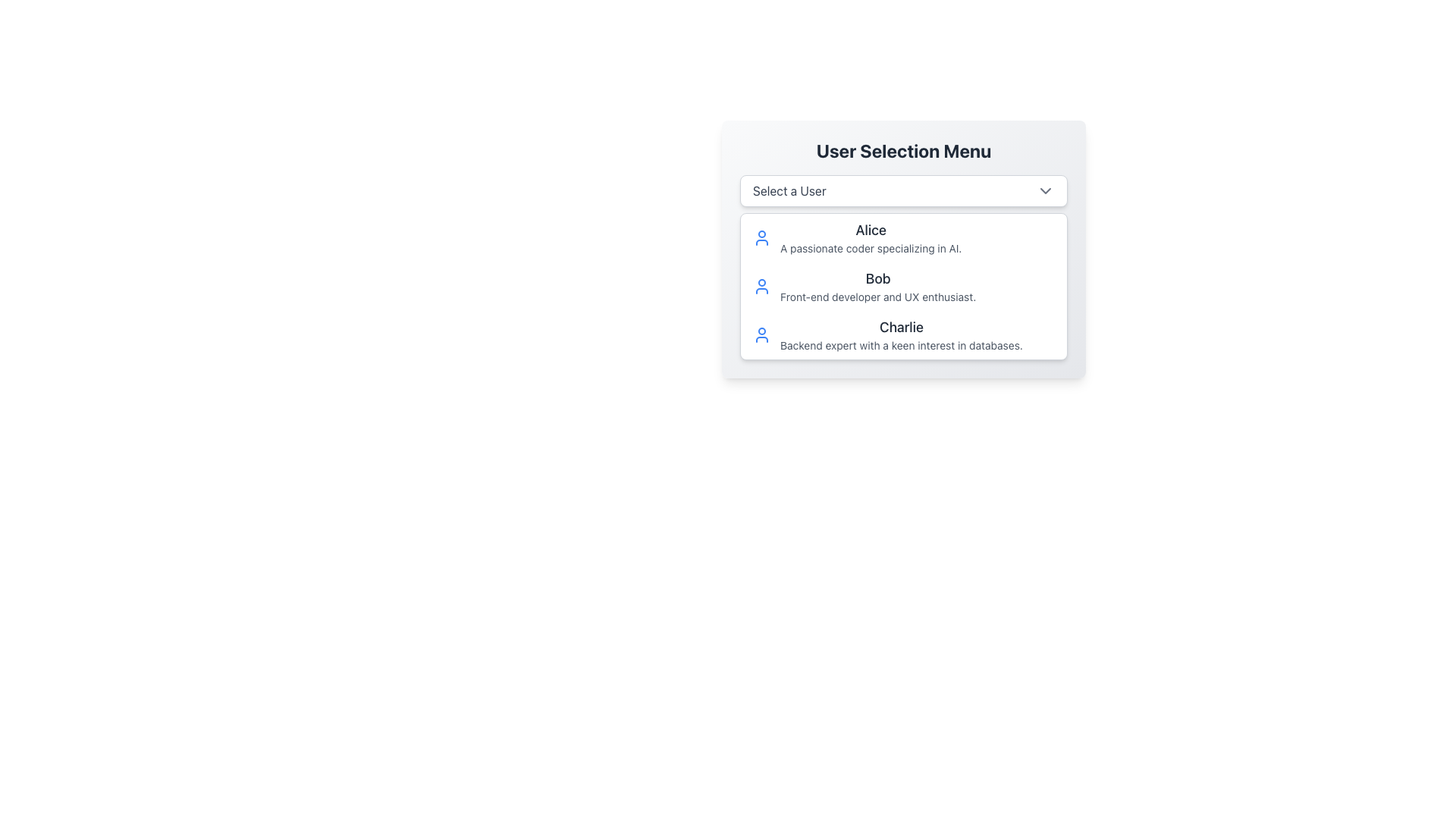 The height and width of the screenshot is (819, 1456). What do you see at coordinates (1044, 190) in the screenshot?
I see `the chevron-down icon that is styled for a dropdown interface, located to the right of the 'Select a User' label` at bounding box center [1044, 190].